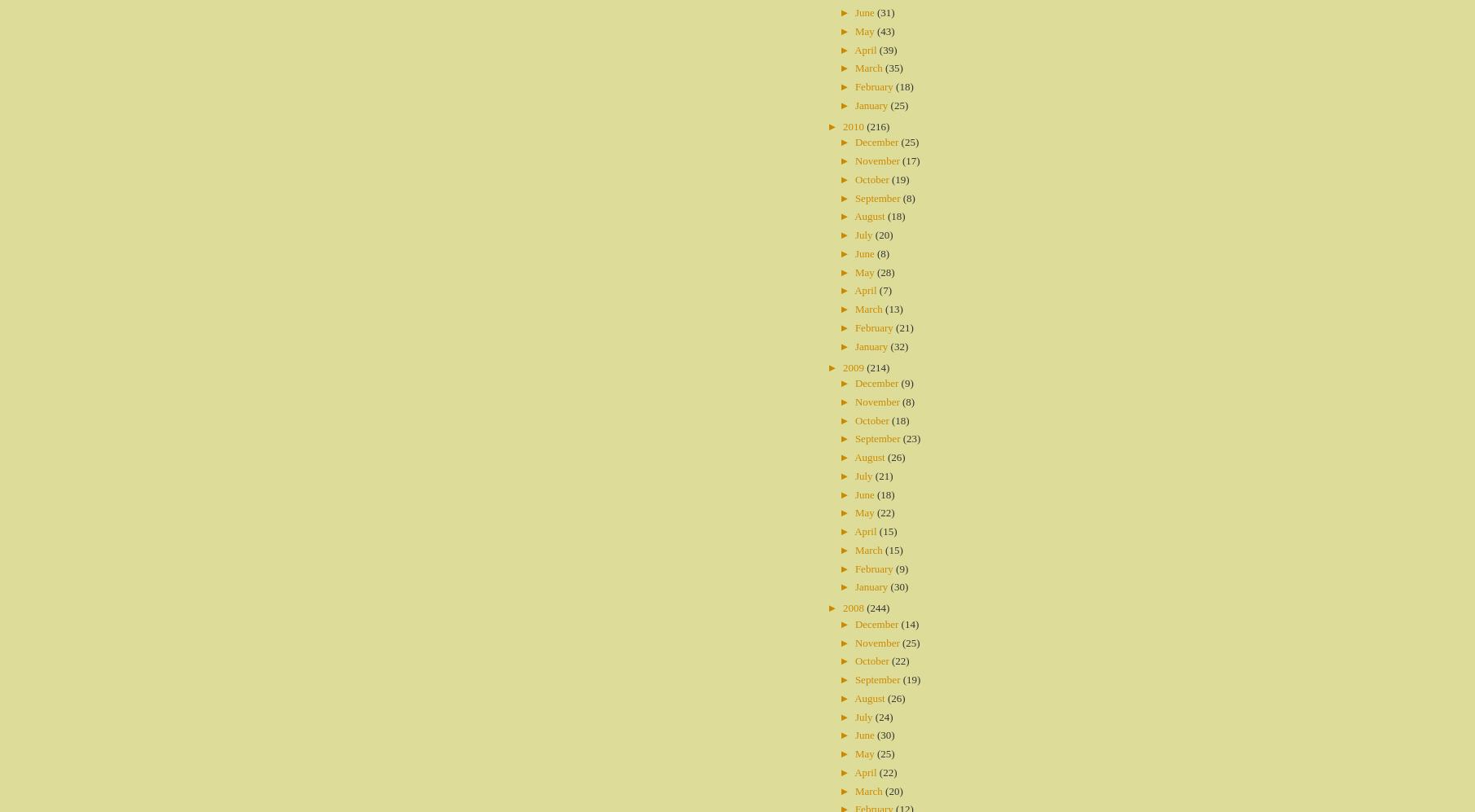 The image size is (1475, 812). Describe the element at coordinates (885, 30) in the screenshot. I see `'(43)'` at that location.